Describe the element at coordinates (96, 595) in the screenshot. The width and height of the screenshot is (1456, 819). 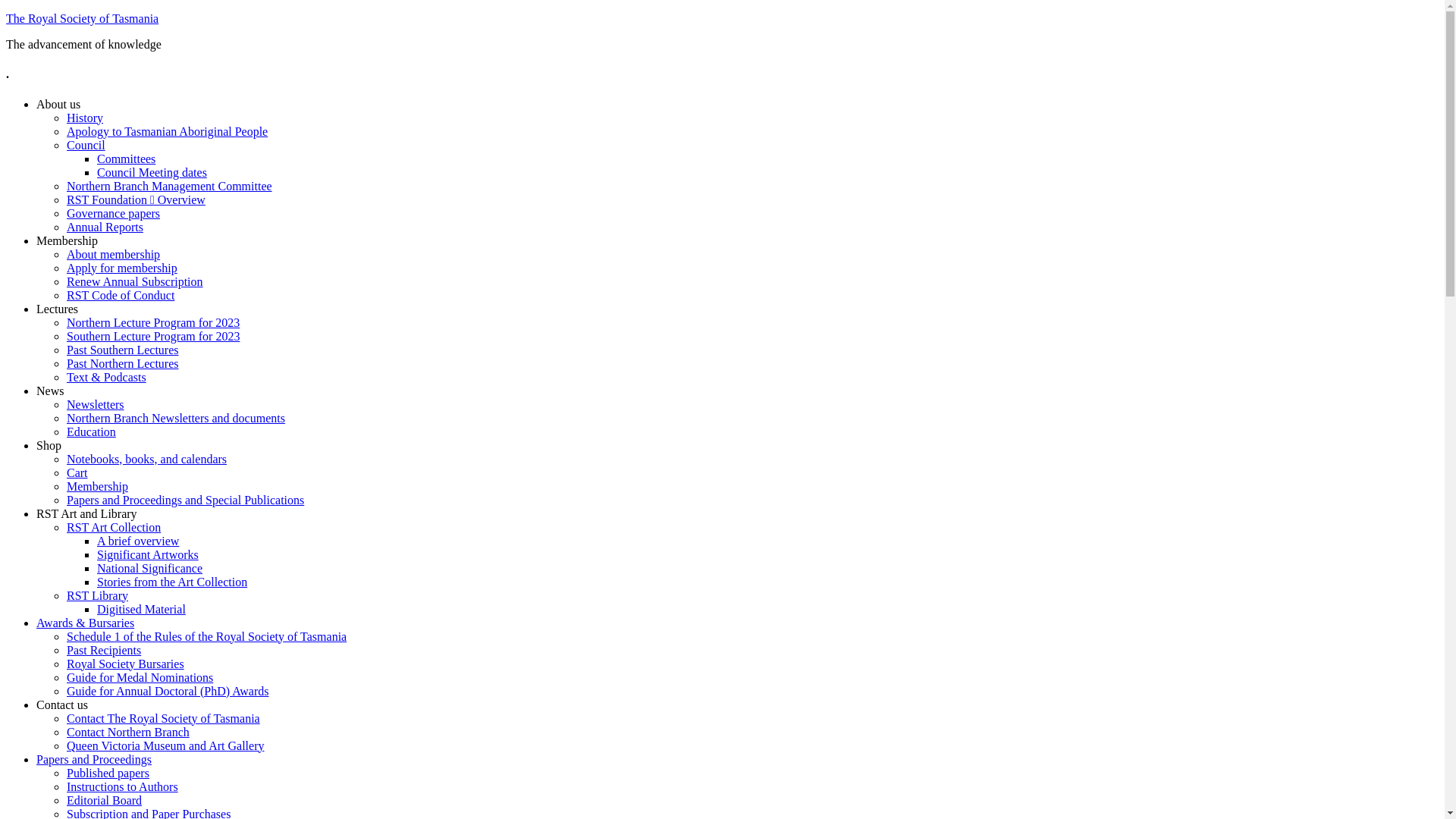
I see `'RST Library'` at that location.